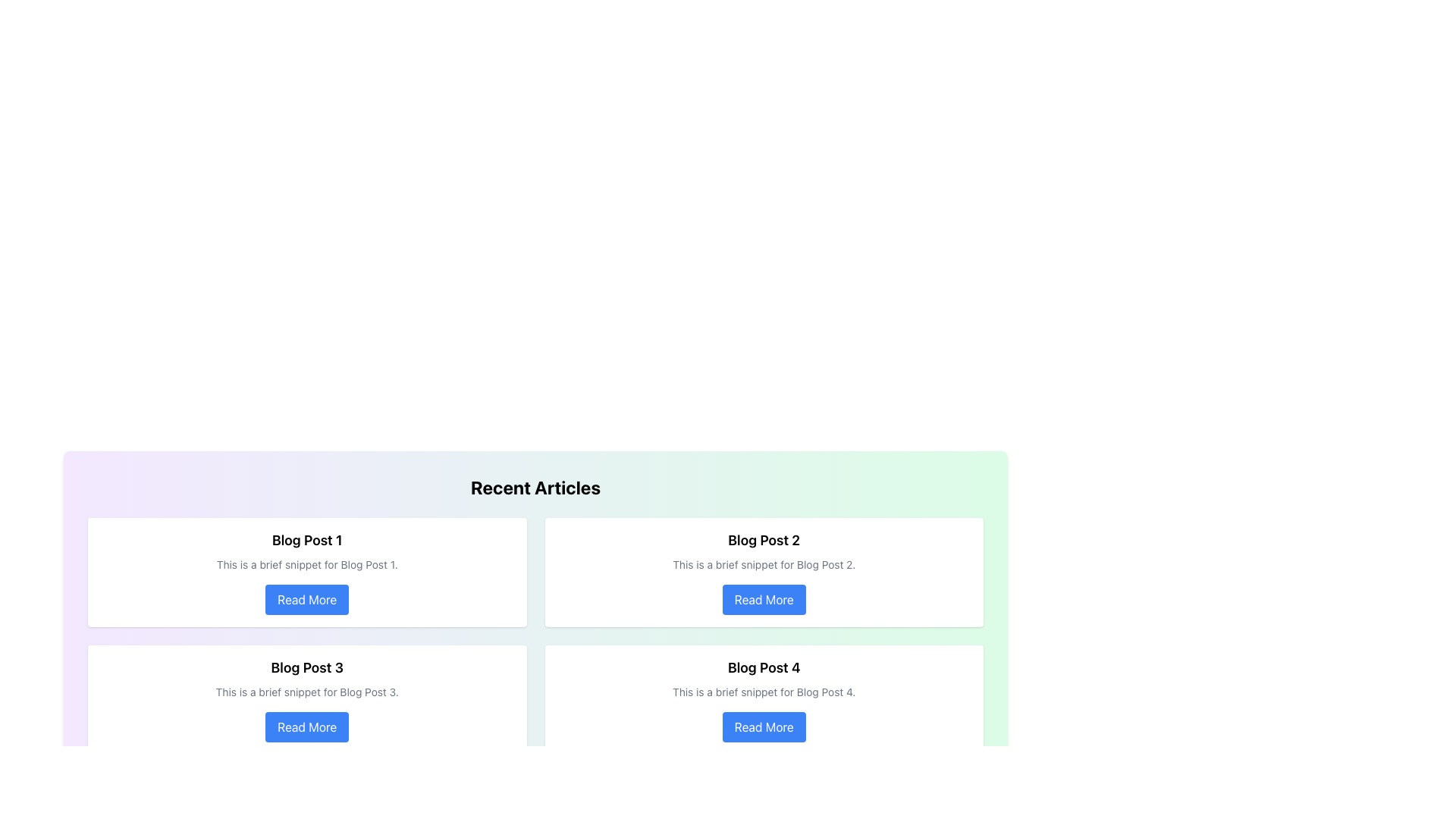  I want to click on the title Text label of the article, located in the second row, first column of the article grid, so click(306, 667).